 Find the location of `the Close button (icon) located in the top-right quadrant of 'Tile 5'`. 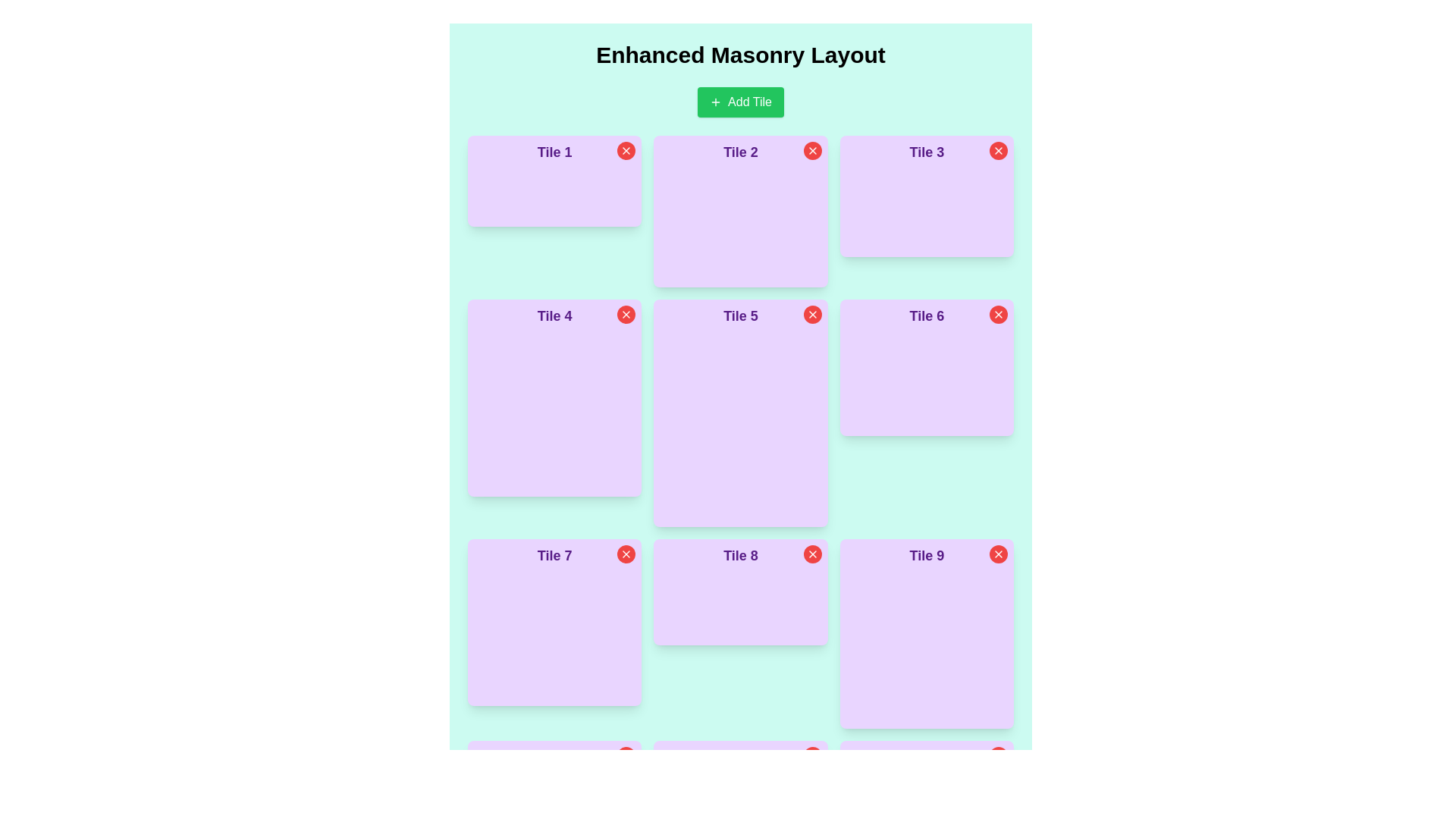

the Close button (icon) located in the top-right quadrant of 'Tile 5' is located at coordinates (811, 314).